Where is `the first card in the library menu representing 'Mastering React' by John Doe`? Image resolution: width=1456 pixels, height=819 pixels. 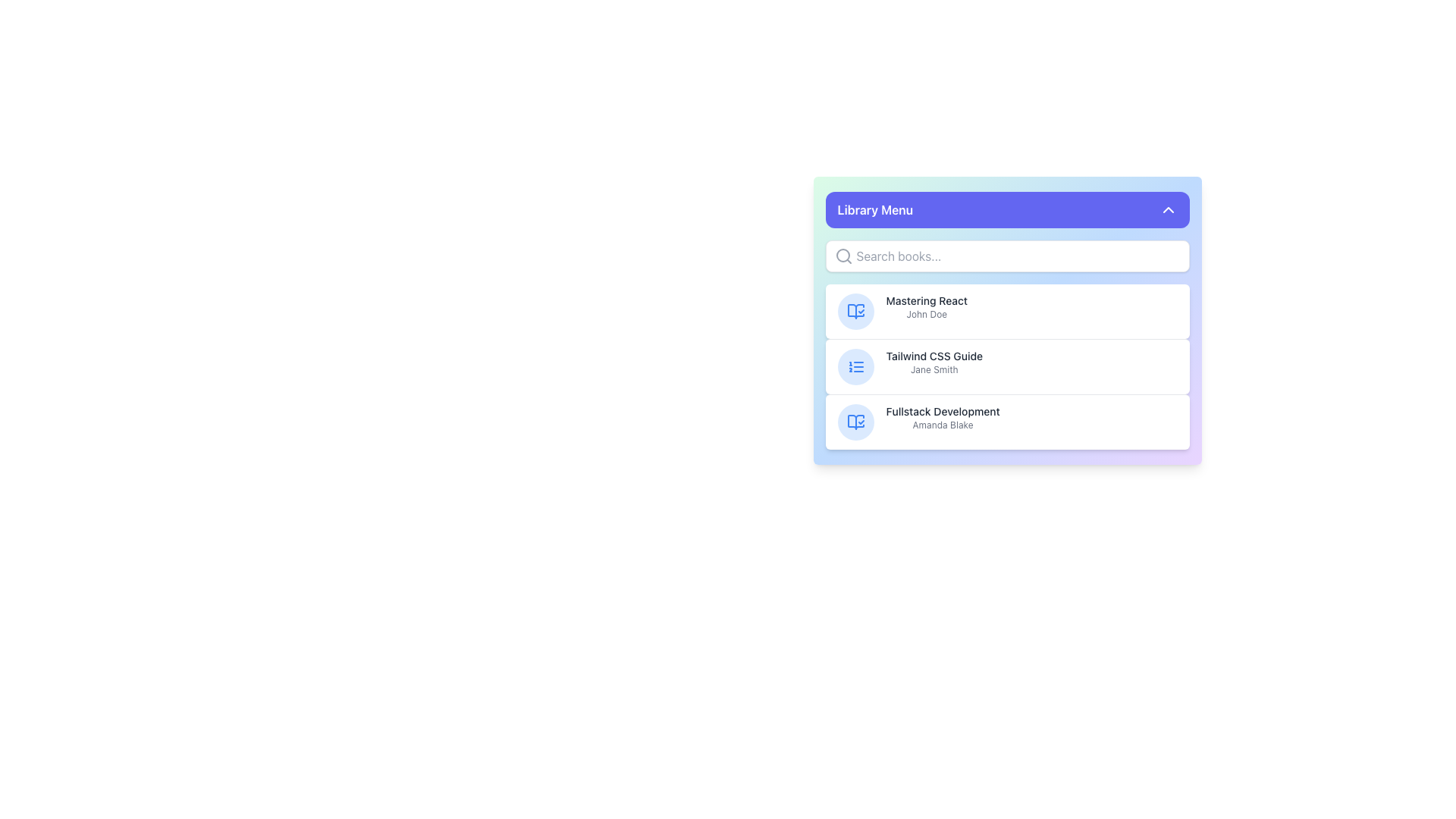 the first card in the library menu representing 'Mastering React' by John Doe is located at coordinates (1007, 320).